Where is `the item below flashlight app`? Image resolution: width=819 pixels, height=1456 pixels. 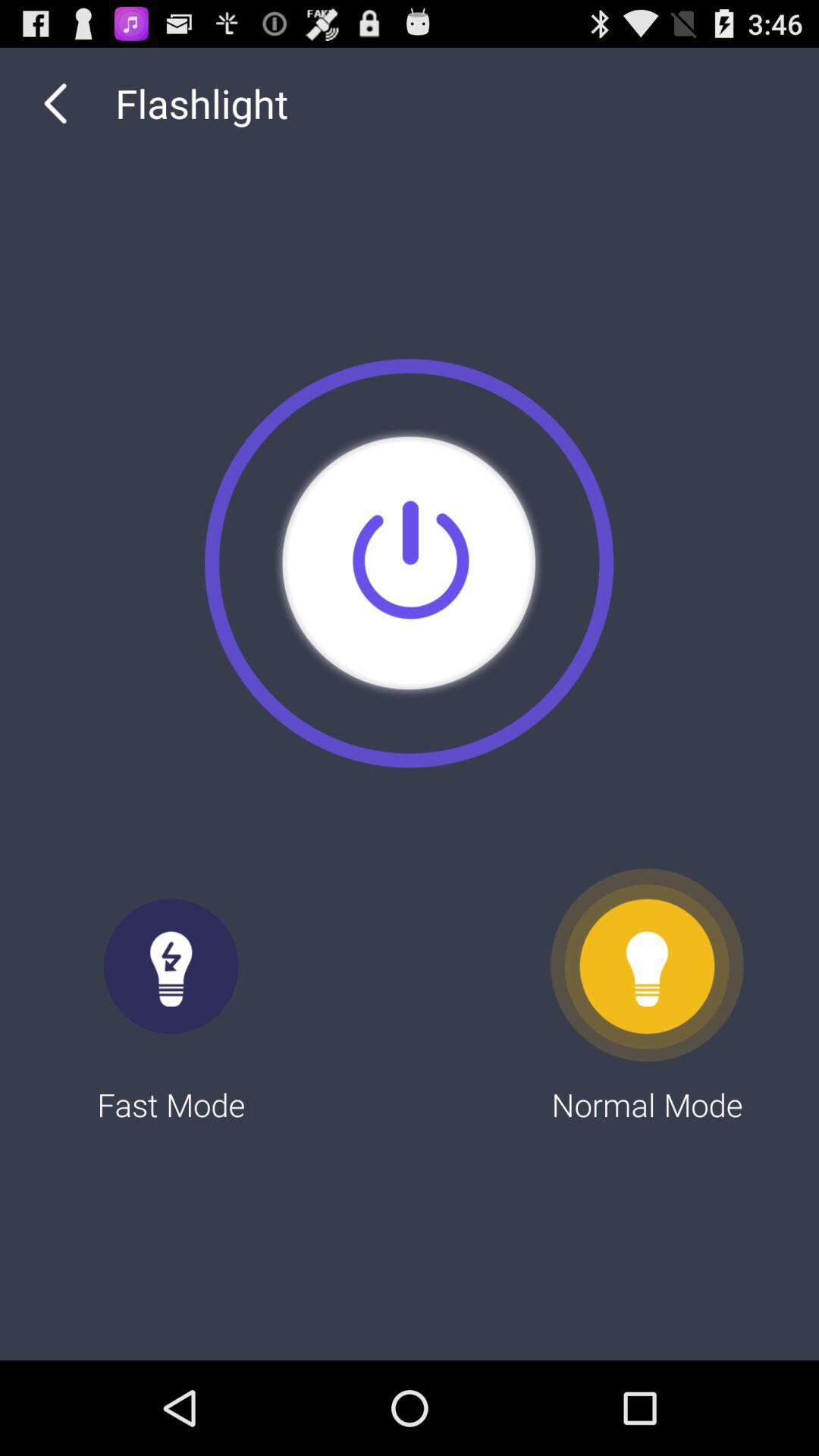 the item below flashlight app is located at coordinates (408, 562).